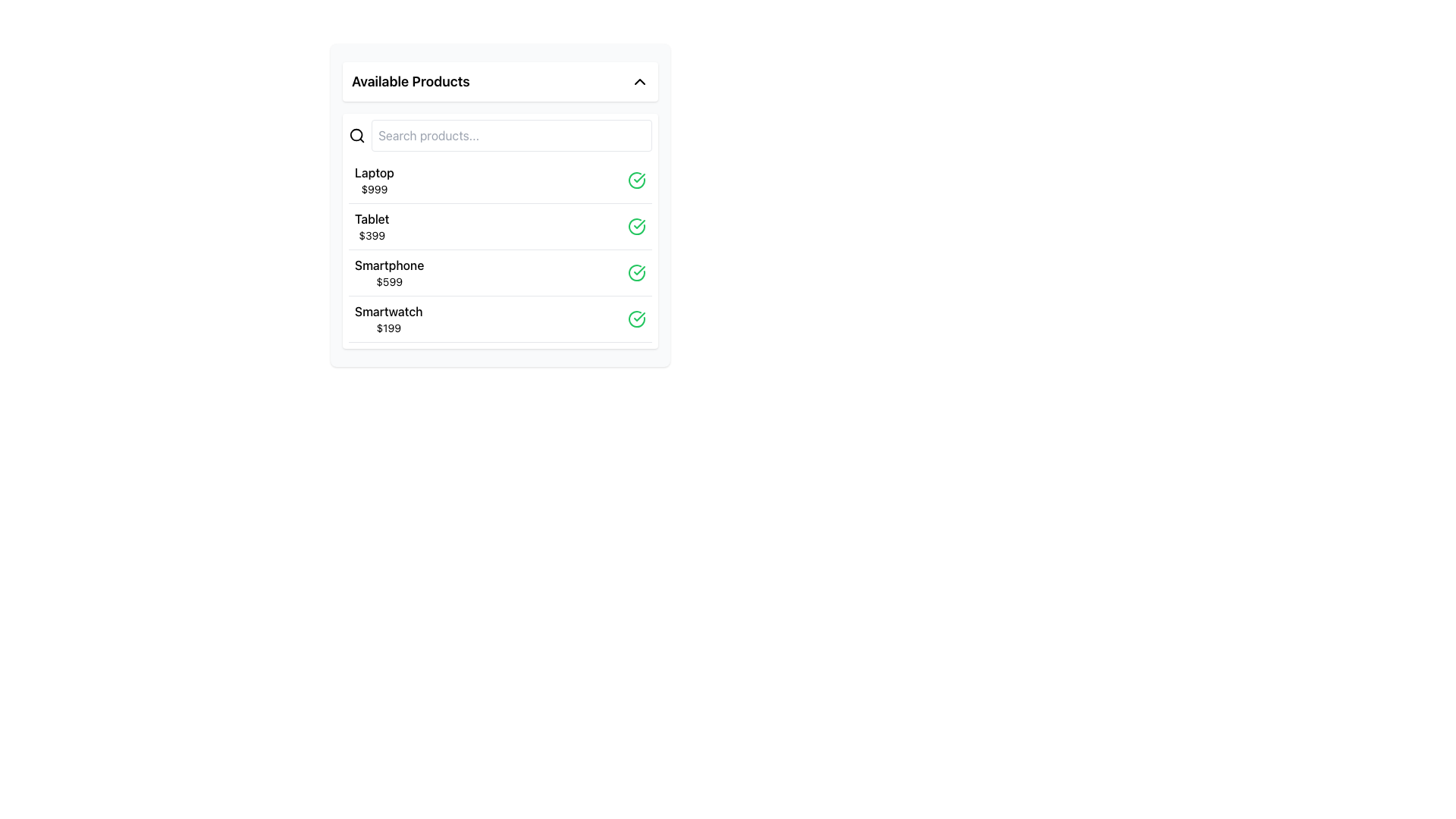  Describe the element at coordinates (389, 281) in the screenshot. I see `the price text label displaying the price of the product 'Smartphone', which is located below 'Tablet $399' and above 'Smartwatch $199' in the product list` at that location.